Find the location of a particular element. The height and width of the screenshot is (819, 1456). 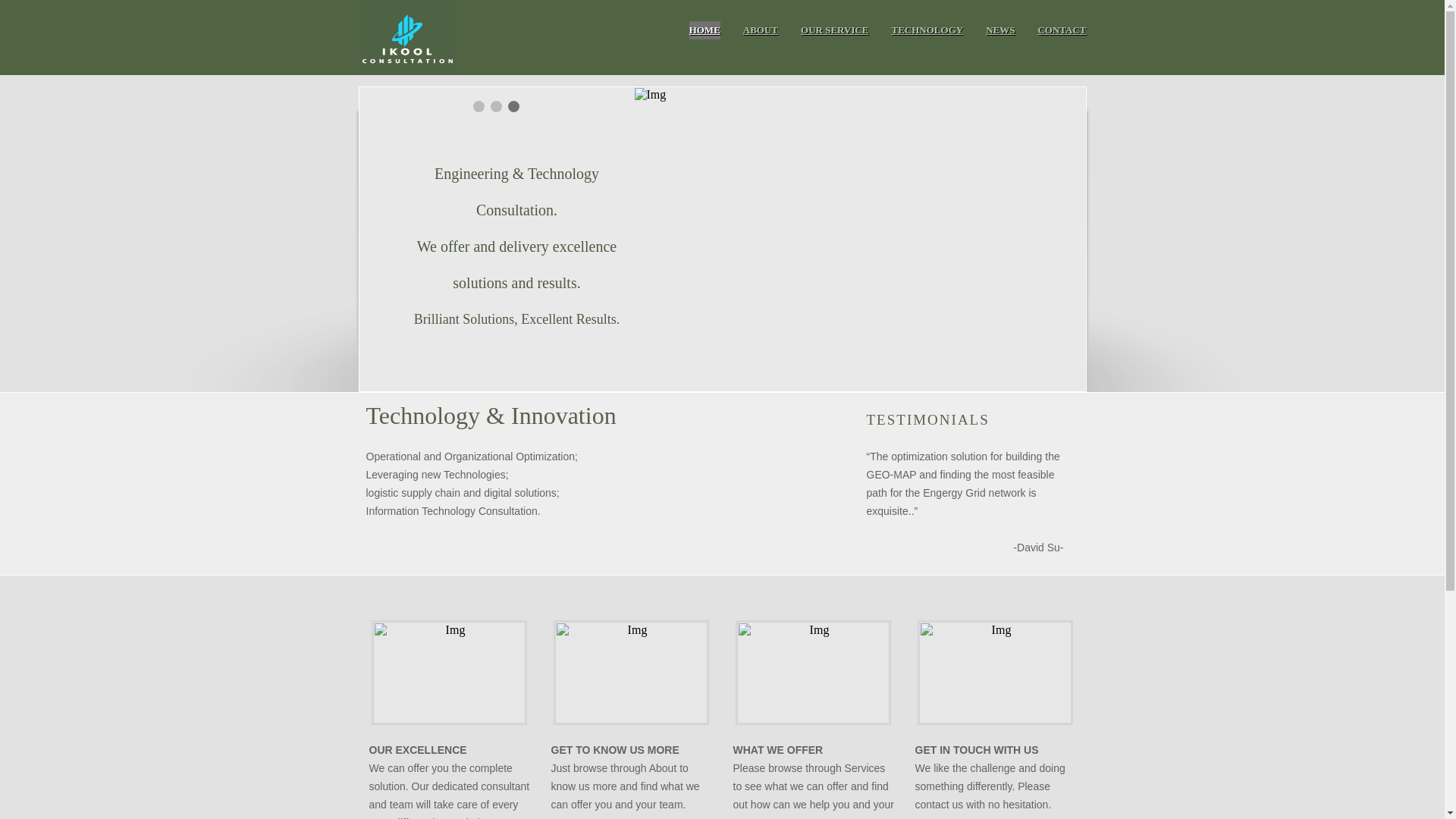

'TECHNOLOGY' is located at coordinates (927, 30).